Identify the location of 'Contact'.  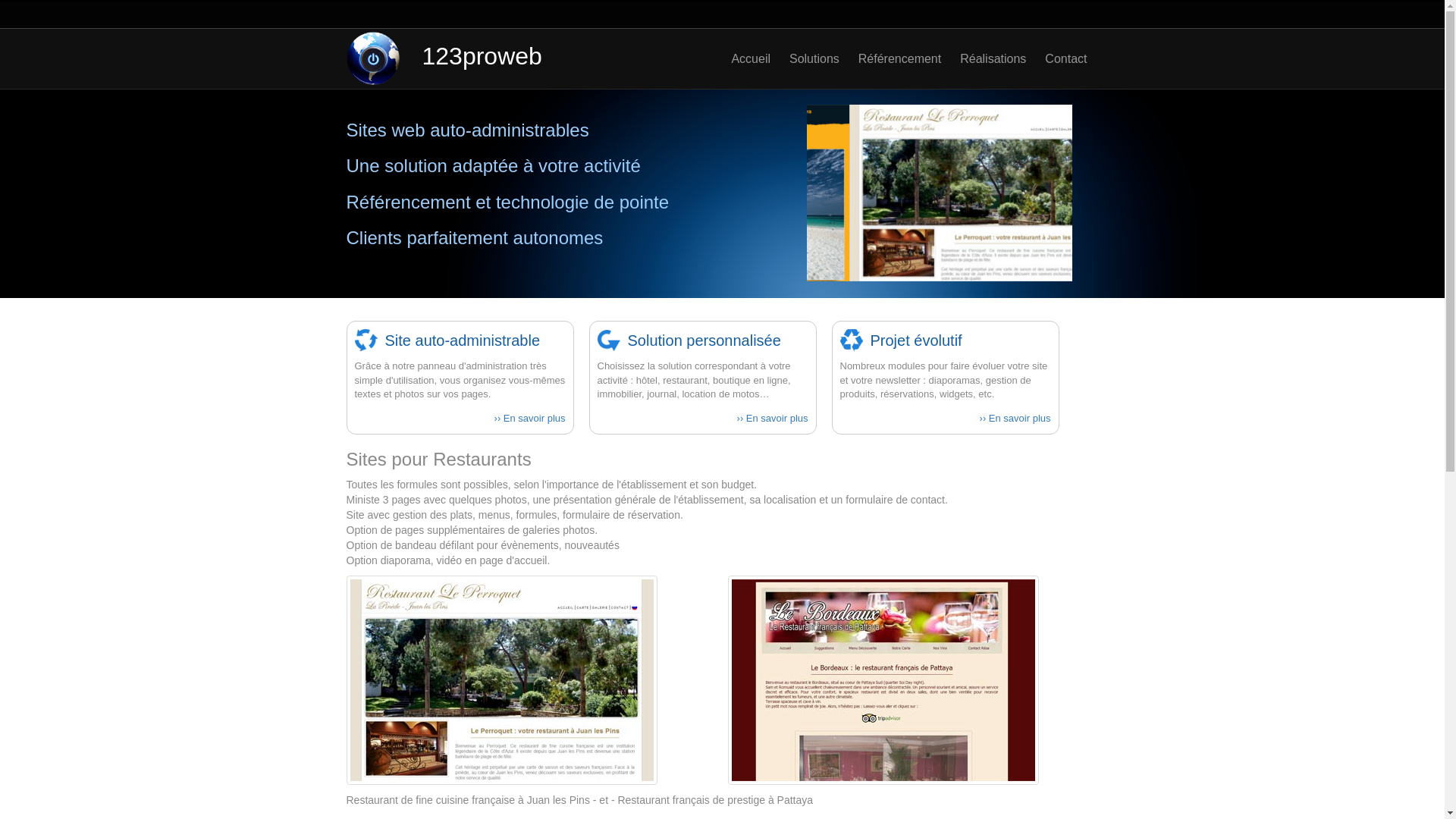
(1055, 58).